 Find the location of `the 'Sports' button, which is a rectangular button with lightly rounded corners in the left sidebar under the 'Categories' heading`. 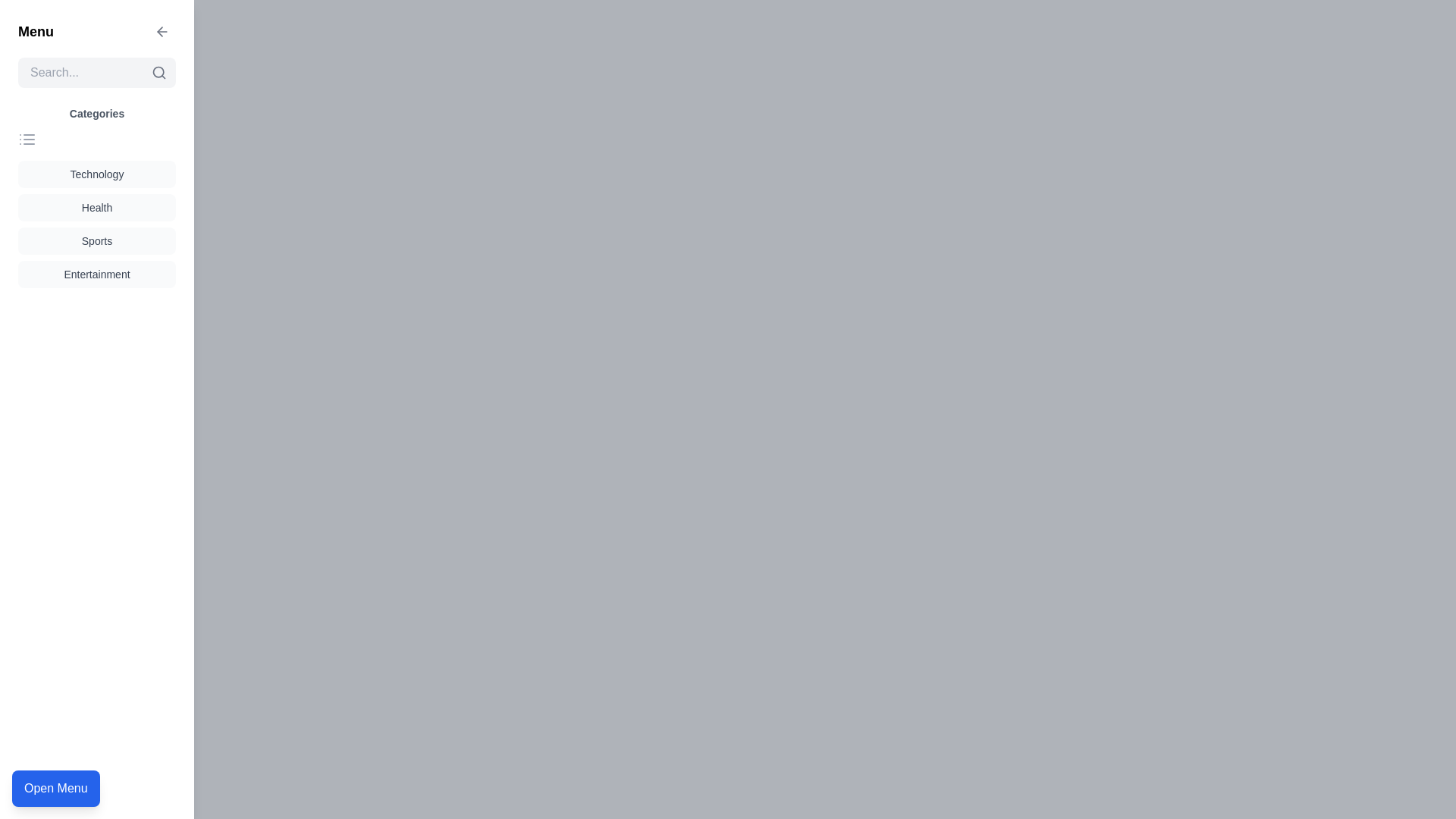

the 'Sports' button, which is a rectangular button with lightly rounded corners in the left sidebar under the 'Categories' heading is located at coordinates (96, 240).